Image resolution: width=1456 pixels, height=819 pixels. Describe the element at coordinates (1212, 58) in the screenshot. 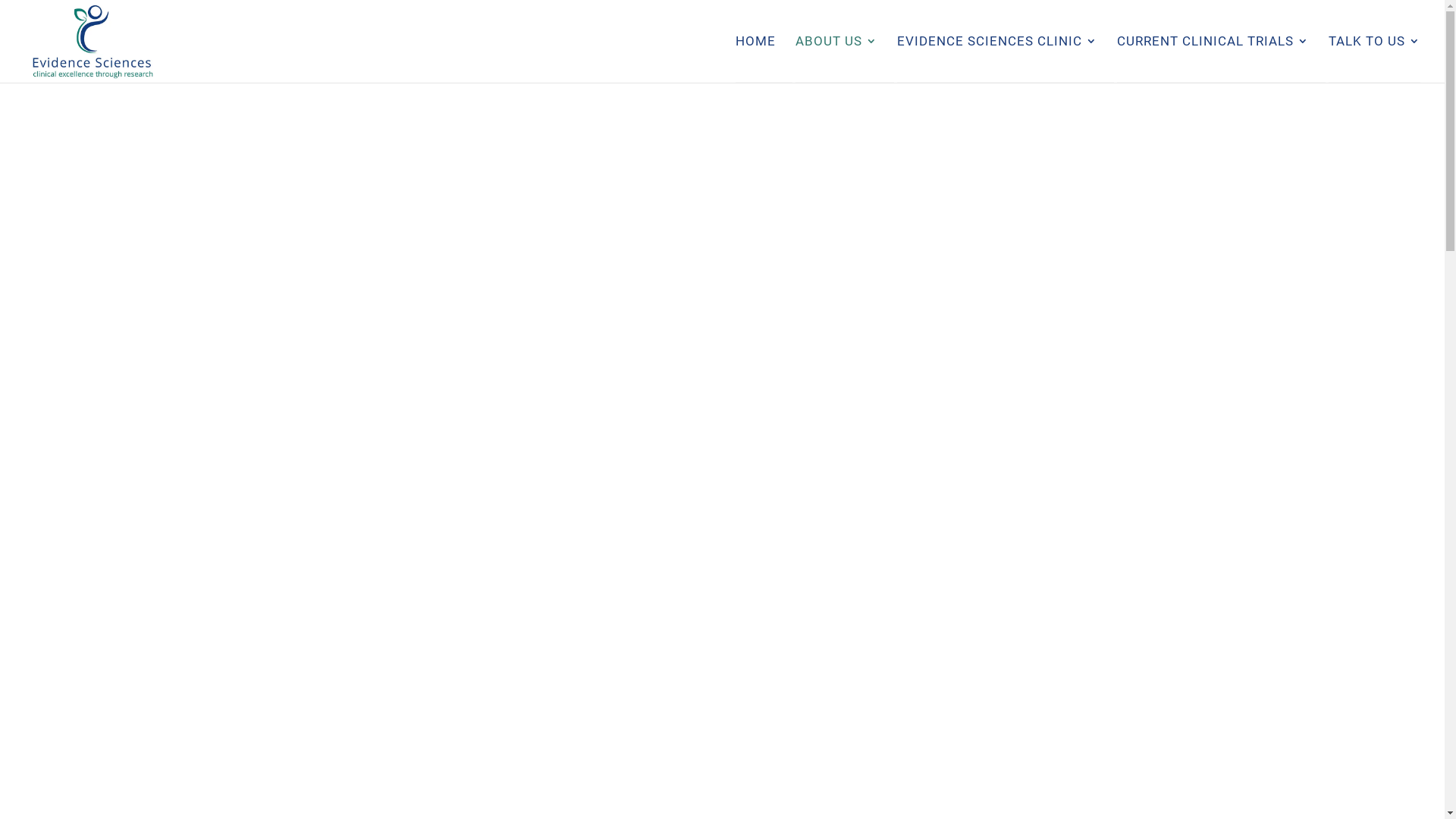

I see `'CURRENT CLINICAL TRIALS'` at that location.